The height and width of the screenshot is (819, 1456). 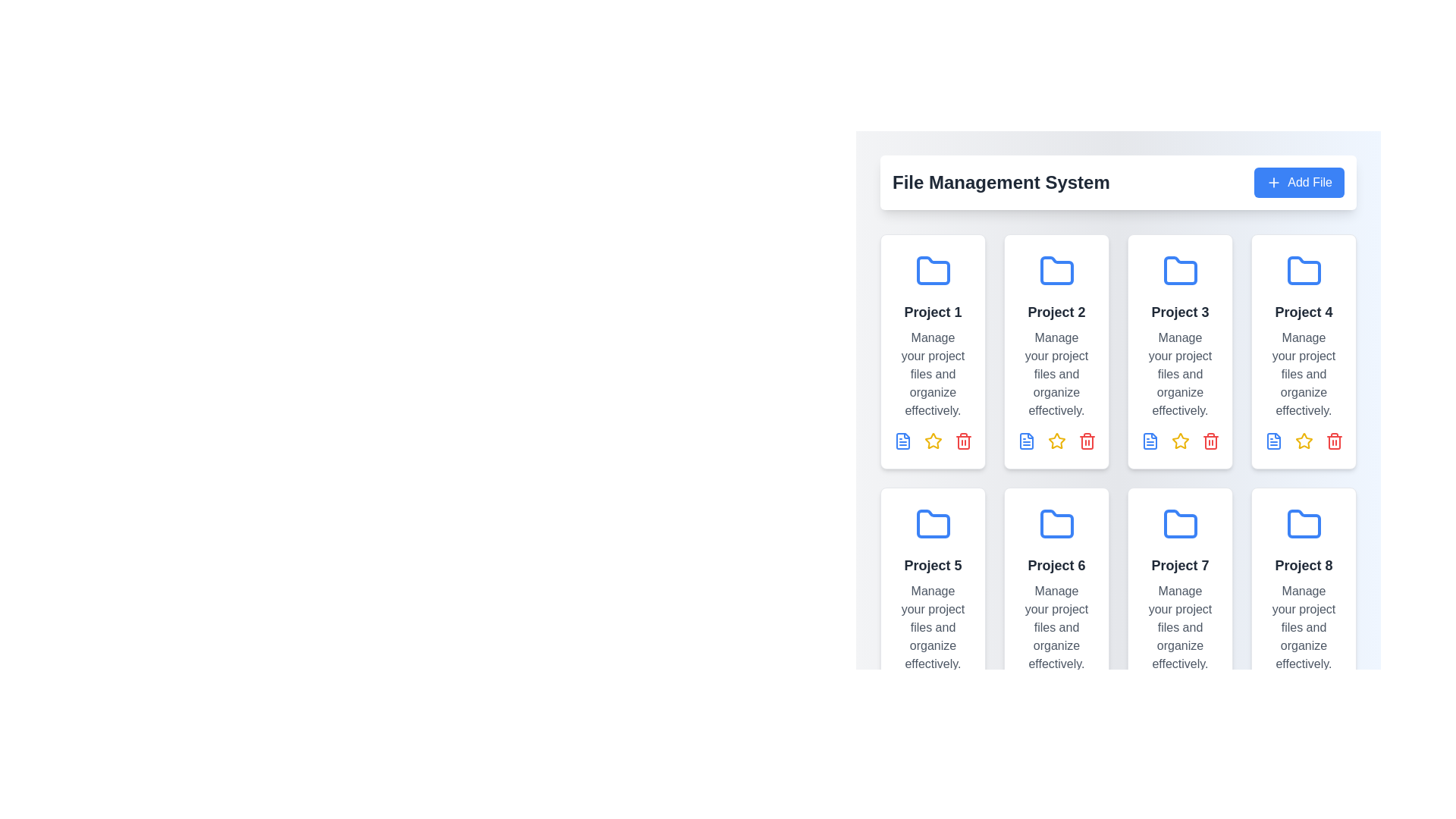 I want to click on the Text Label providing additional information about 'Project 6', positioned in the second row, second column of the grid layout, so click(x=1056, y=628).